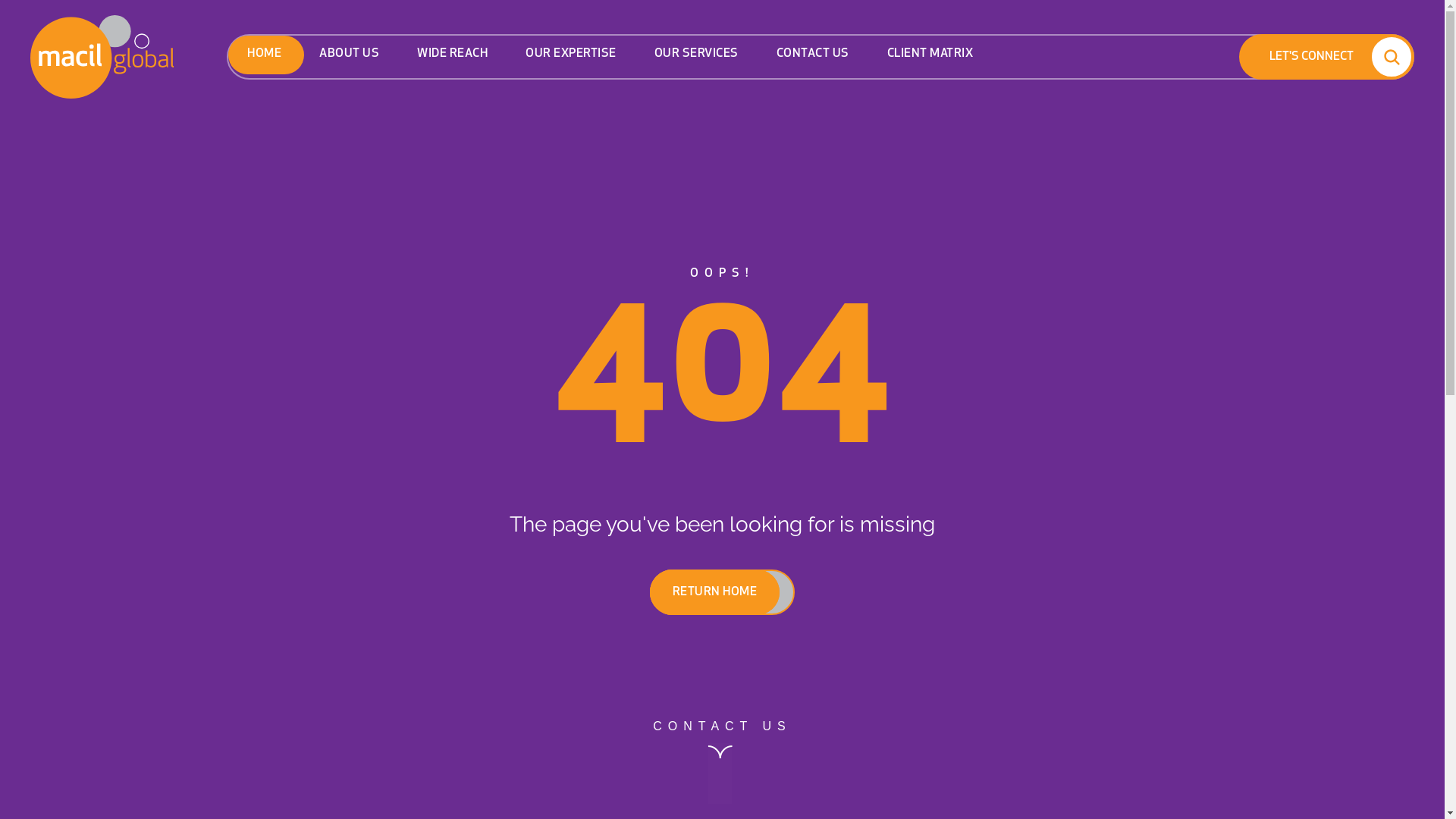 Image resolution: width=1456 pixels, height=819 pixels. What do you see at coordinates (868, 54) in the screenshot?
I see `'CLIENT MATRIX'` at bounding box center [868, 54].